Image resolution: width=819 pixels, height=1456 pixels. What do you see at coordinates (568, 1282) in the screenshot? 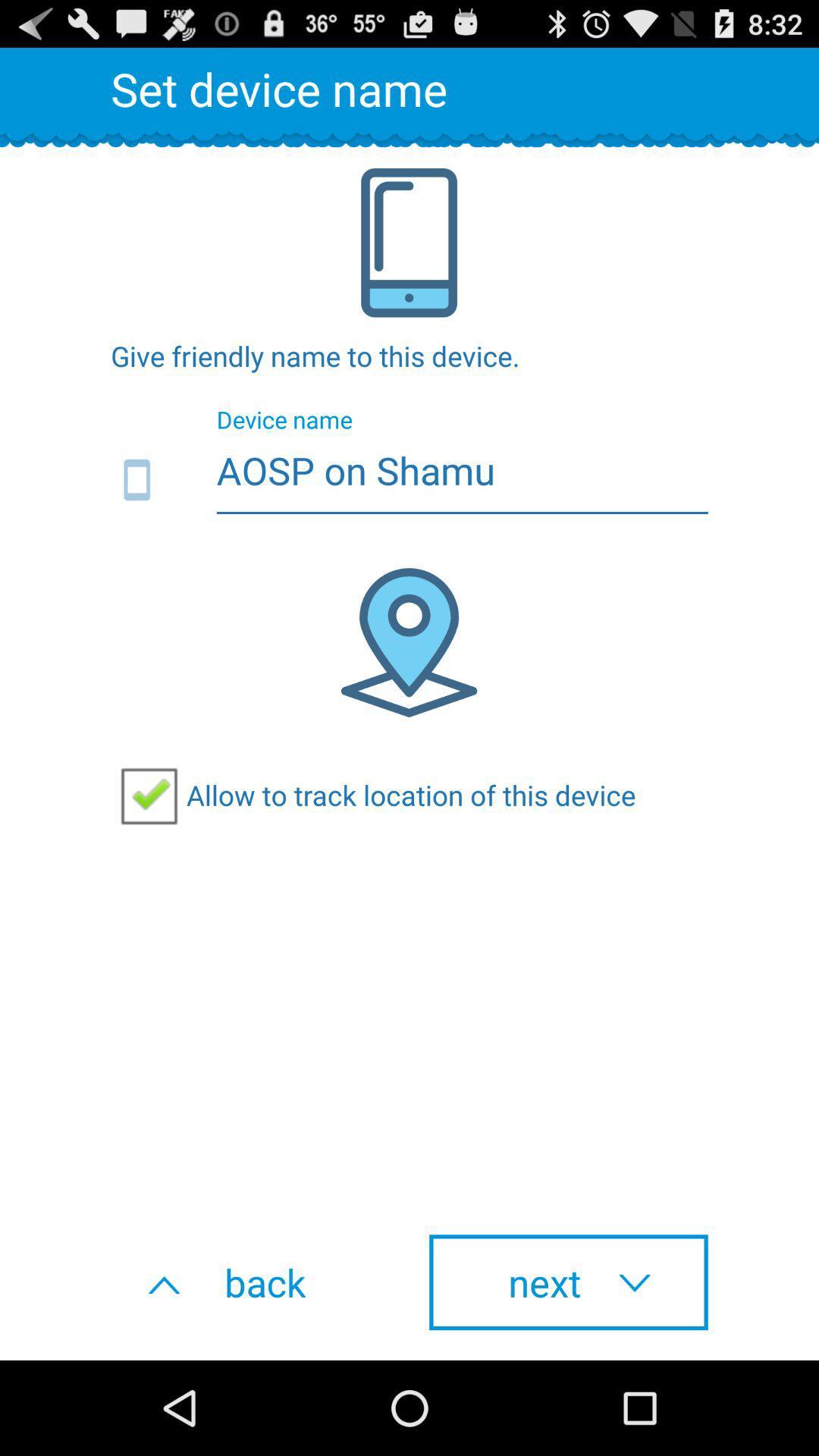
I see `the checkbox below the allow to track item` at bounding box center [568, 1282].